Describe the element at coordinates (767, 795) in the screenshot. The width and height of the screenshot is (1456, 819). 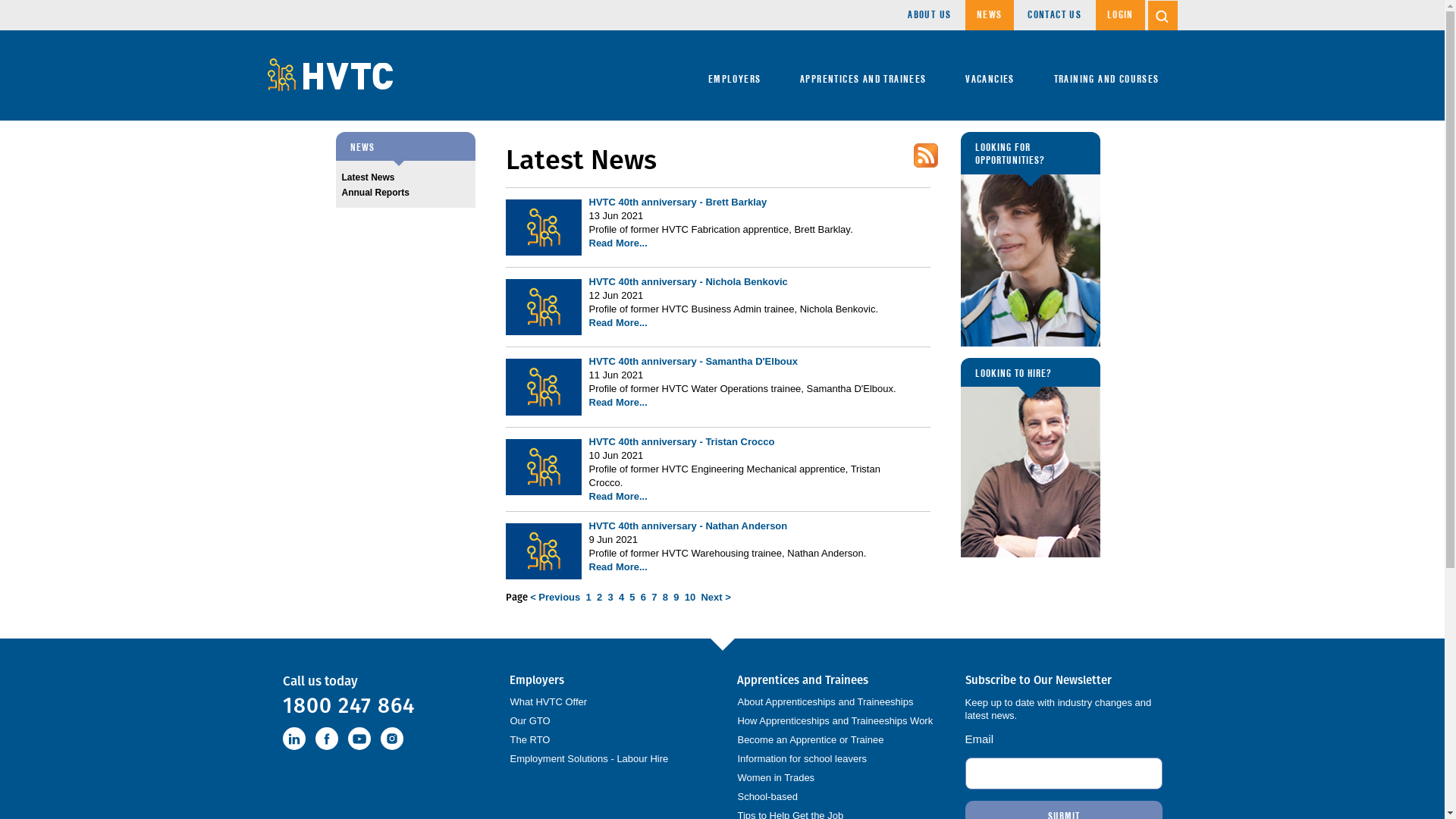
I see `'School-based'` at that location.